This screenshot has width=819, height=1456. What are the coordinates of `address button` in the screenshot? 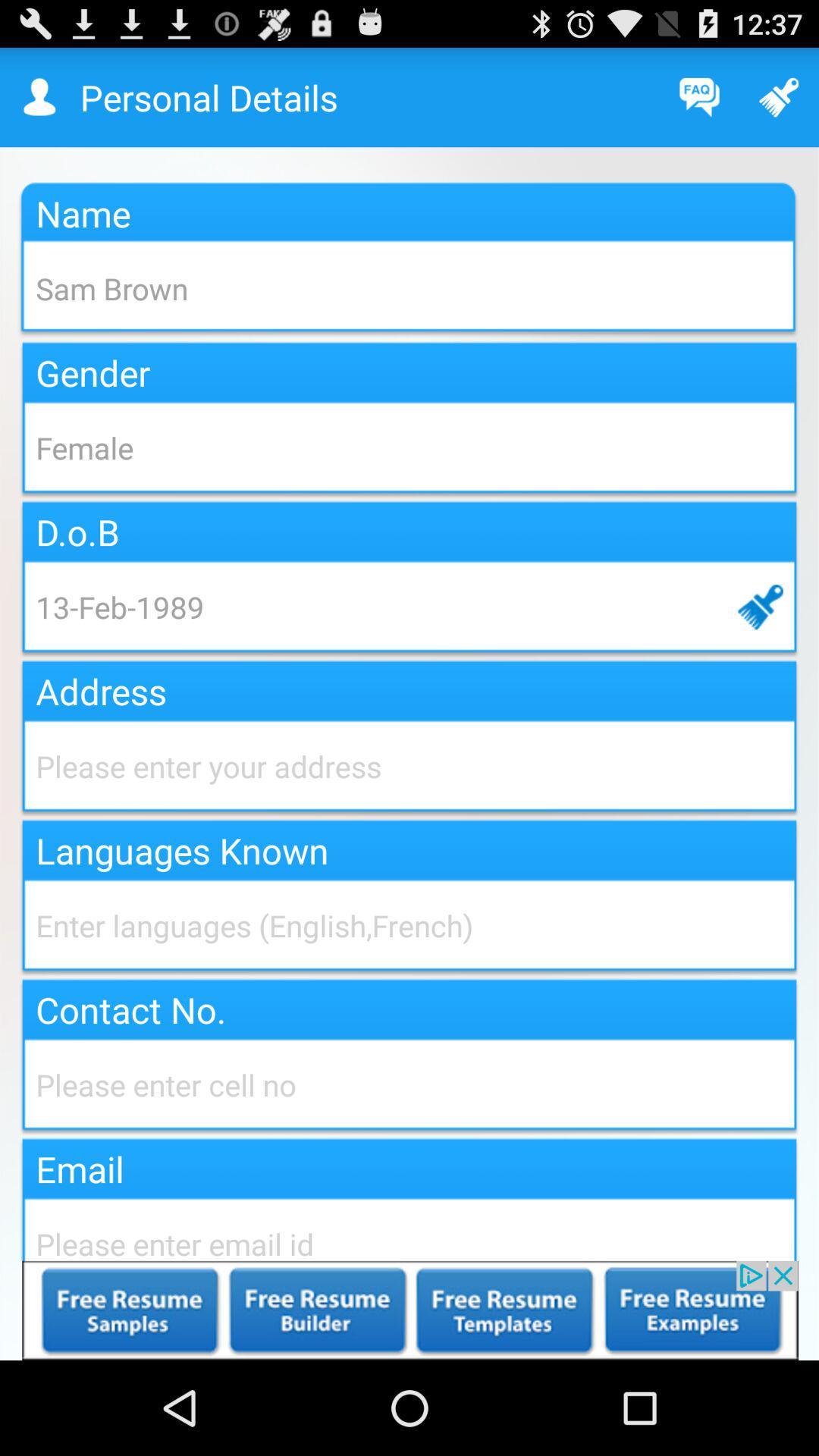 It's located at (409, 766).